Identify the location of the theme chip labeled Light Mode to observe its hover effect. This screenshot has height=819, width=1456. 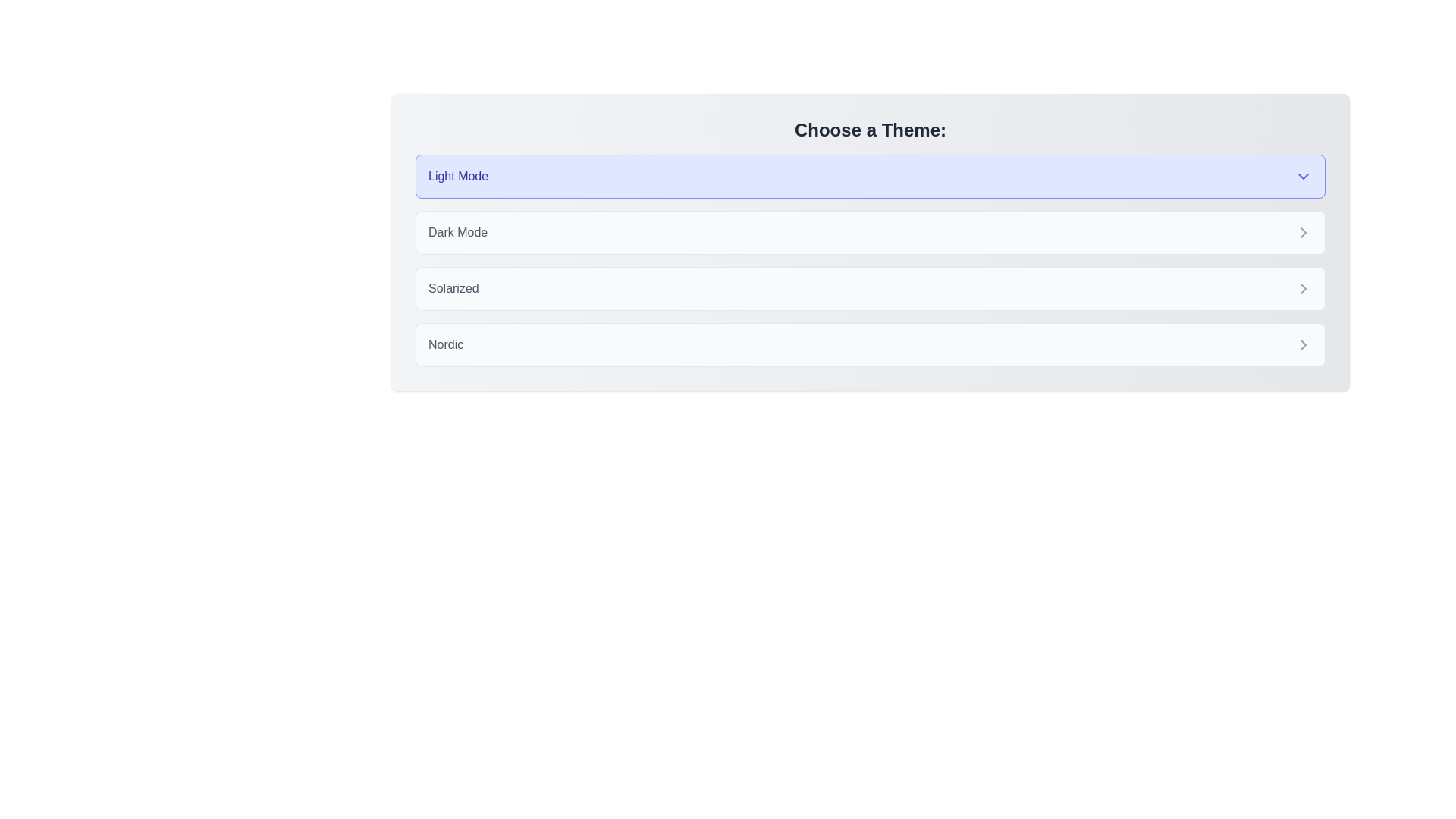
(870, 175).